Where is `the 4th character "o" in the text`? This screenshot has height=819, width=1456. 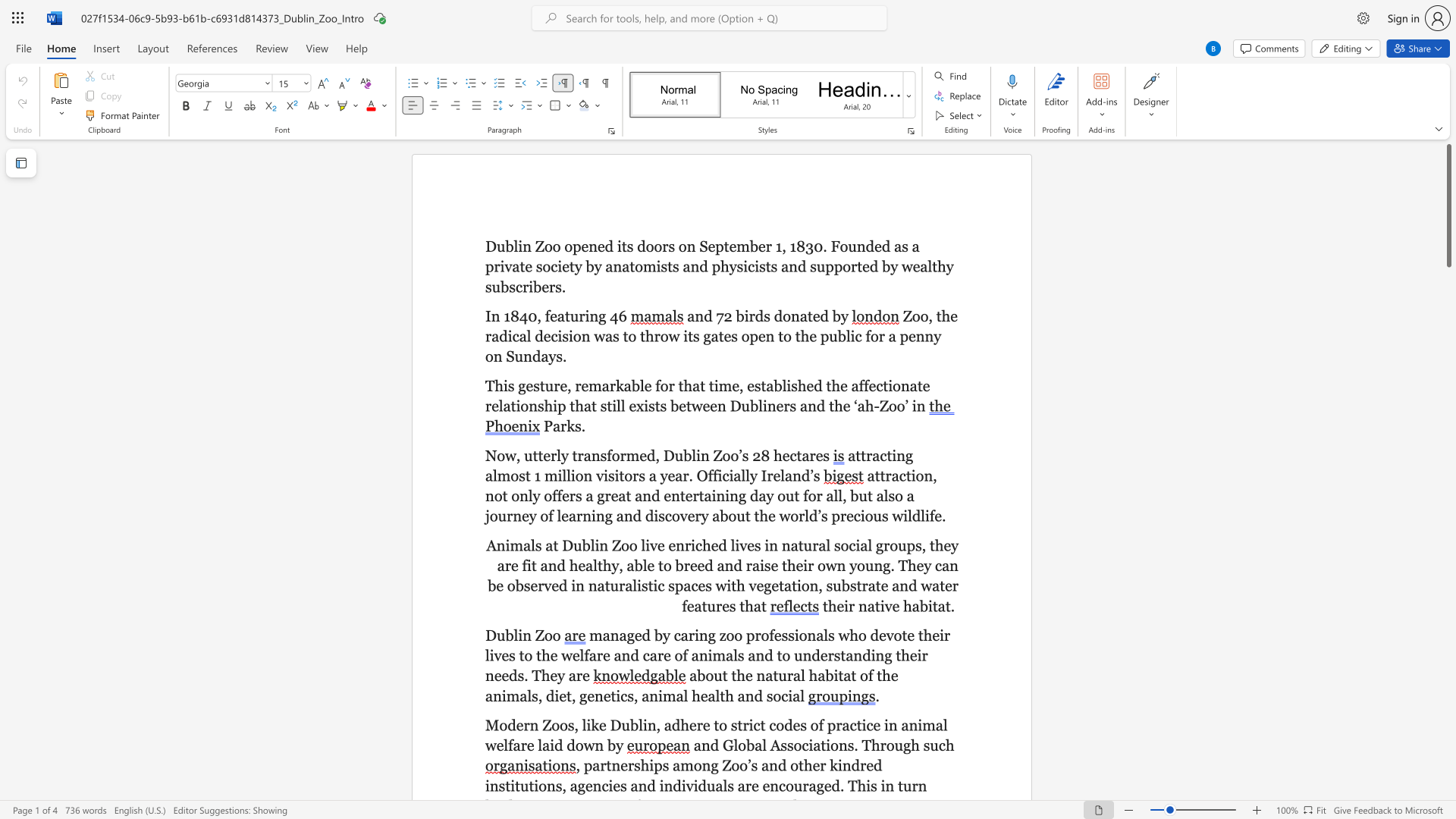
the 4th character "o" in the text is located at coordinates (494, 515).